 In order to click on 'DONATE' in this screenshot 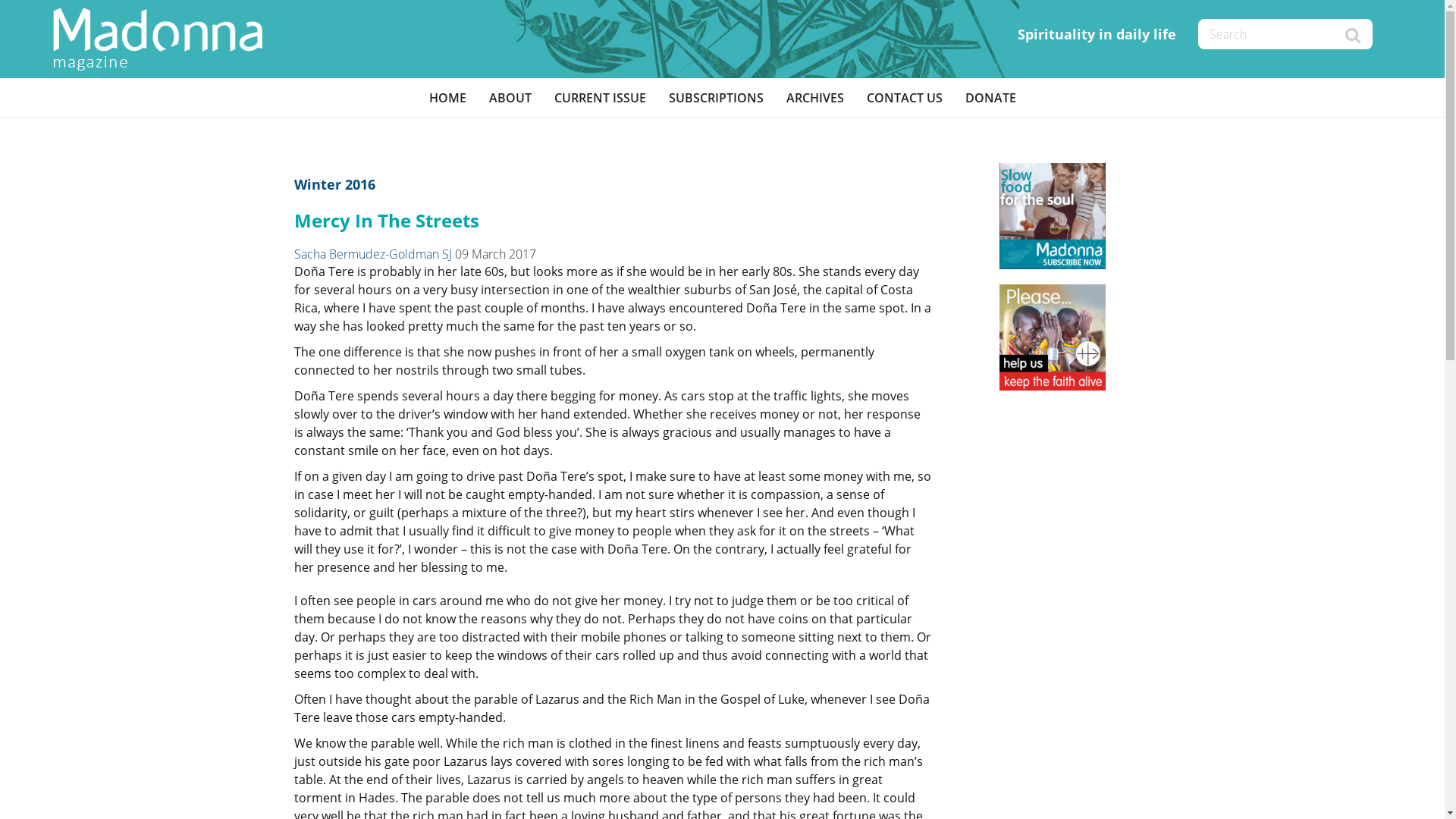, I will do `click(990, 97)`.